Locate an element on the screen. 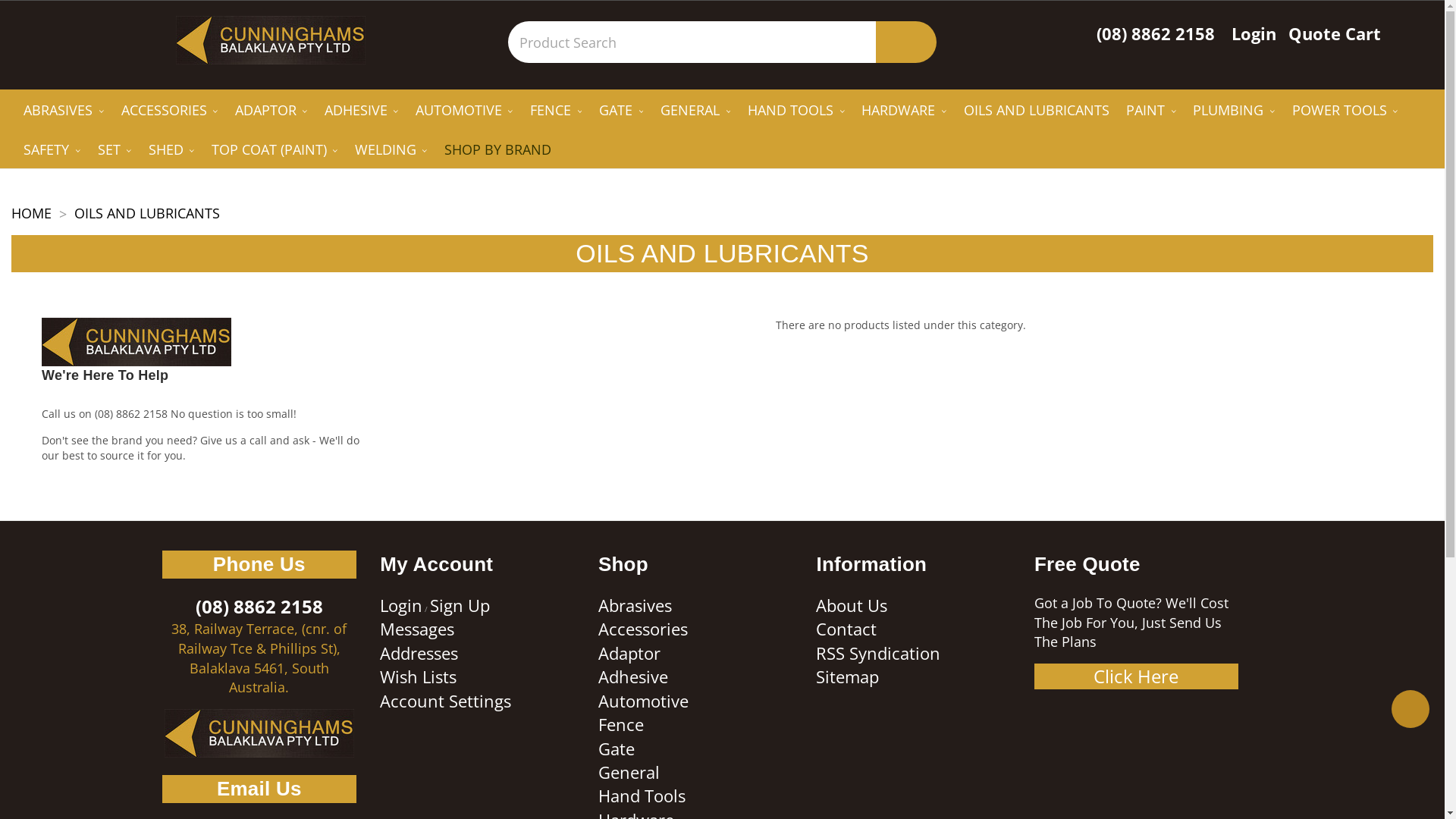 This screenshot has height=819, width=1456. 'HARDWARE' is located at coordinates (903, 111).